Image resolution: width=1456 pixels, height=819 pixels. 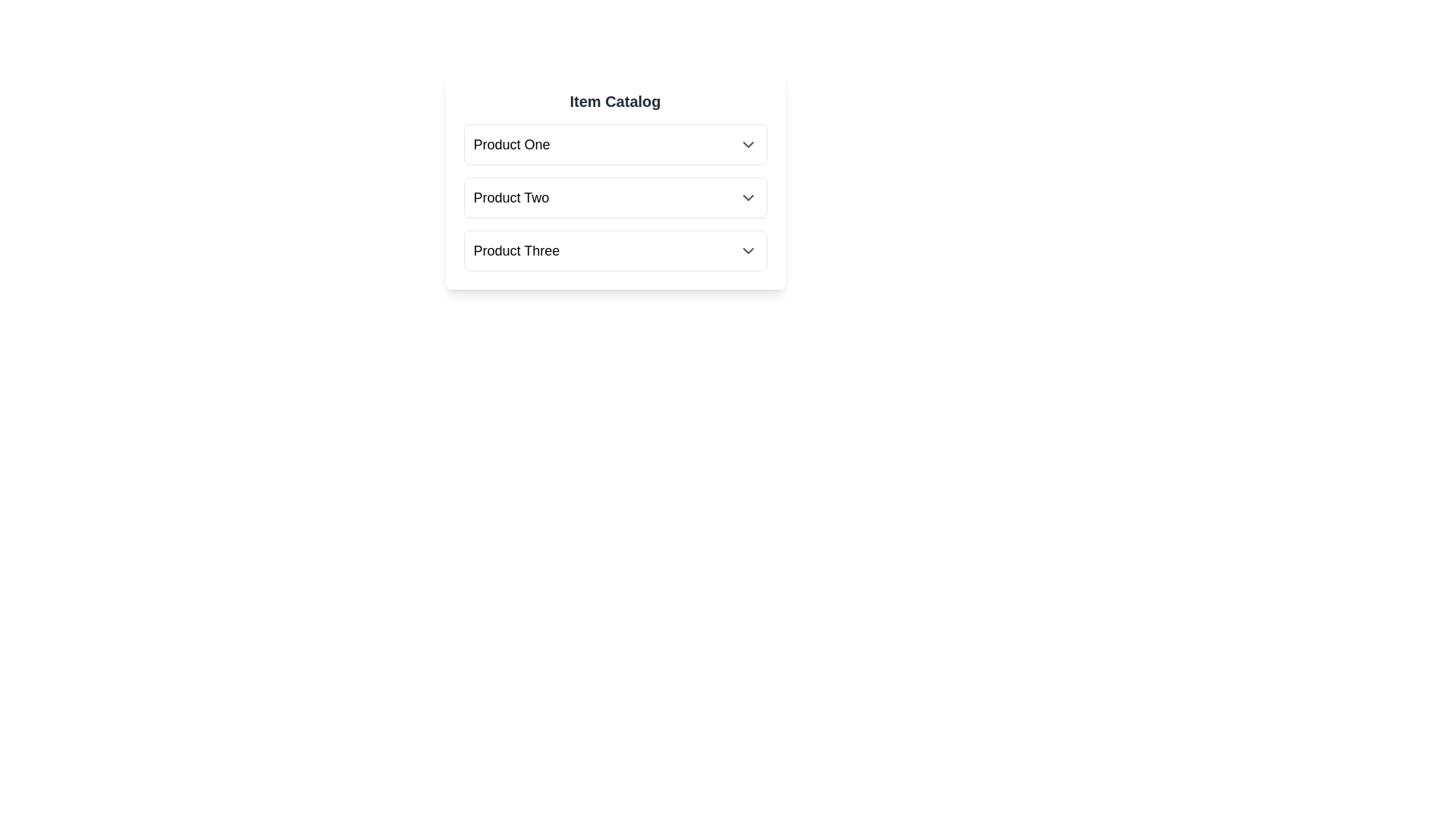 I want to click on the 'Item Catalog' title located at the center of the component, so click(x=615, y=102).